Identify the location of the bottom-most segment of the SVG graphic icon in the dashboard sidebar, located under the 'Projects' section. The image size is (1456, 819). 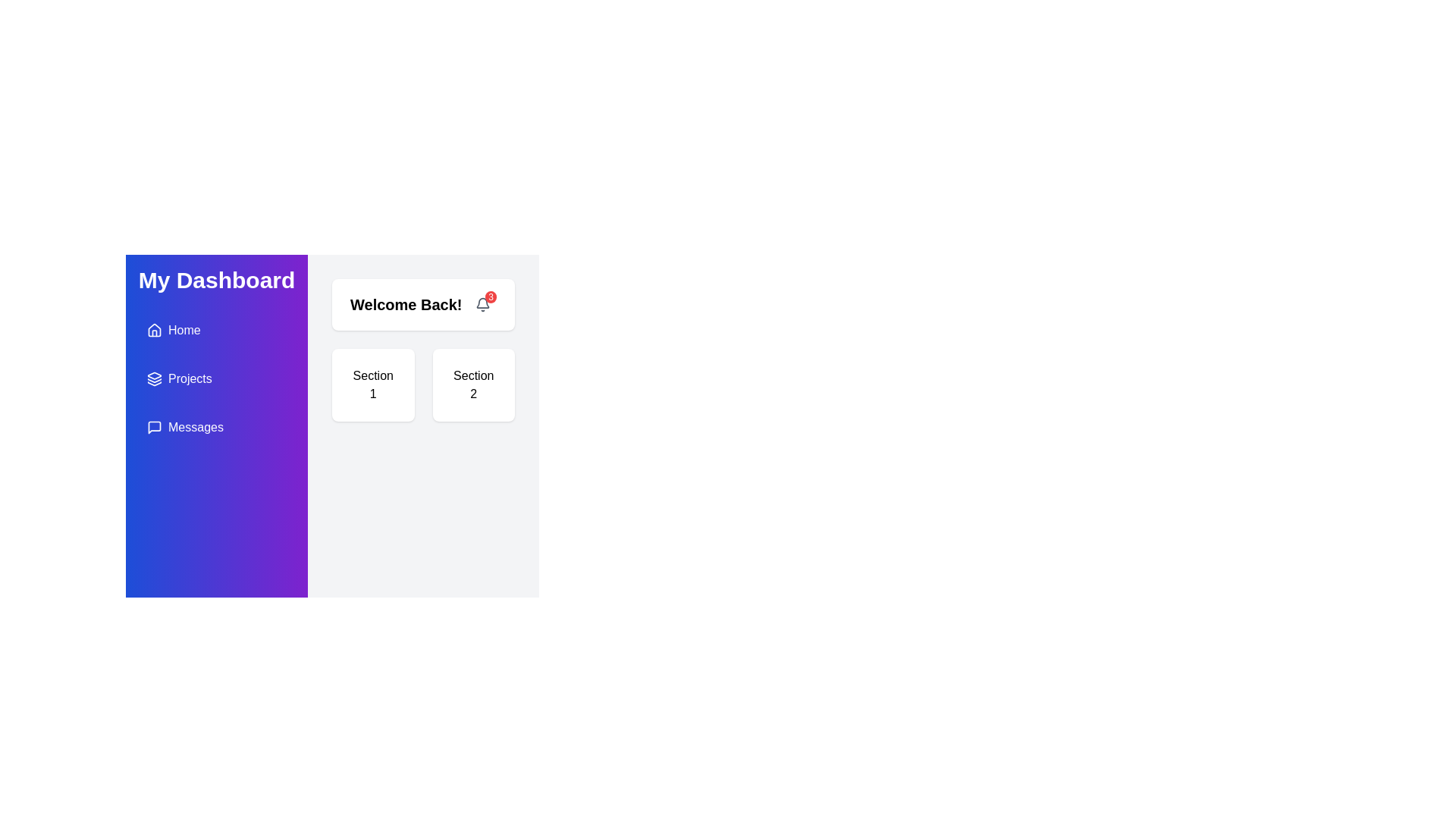
(154, 383).